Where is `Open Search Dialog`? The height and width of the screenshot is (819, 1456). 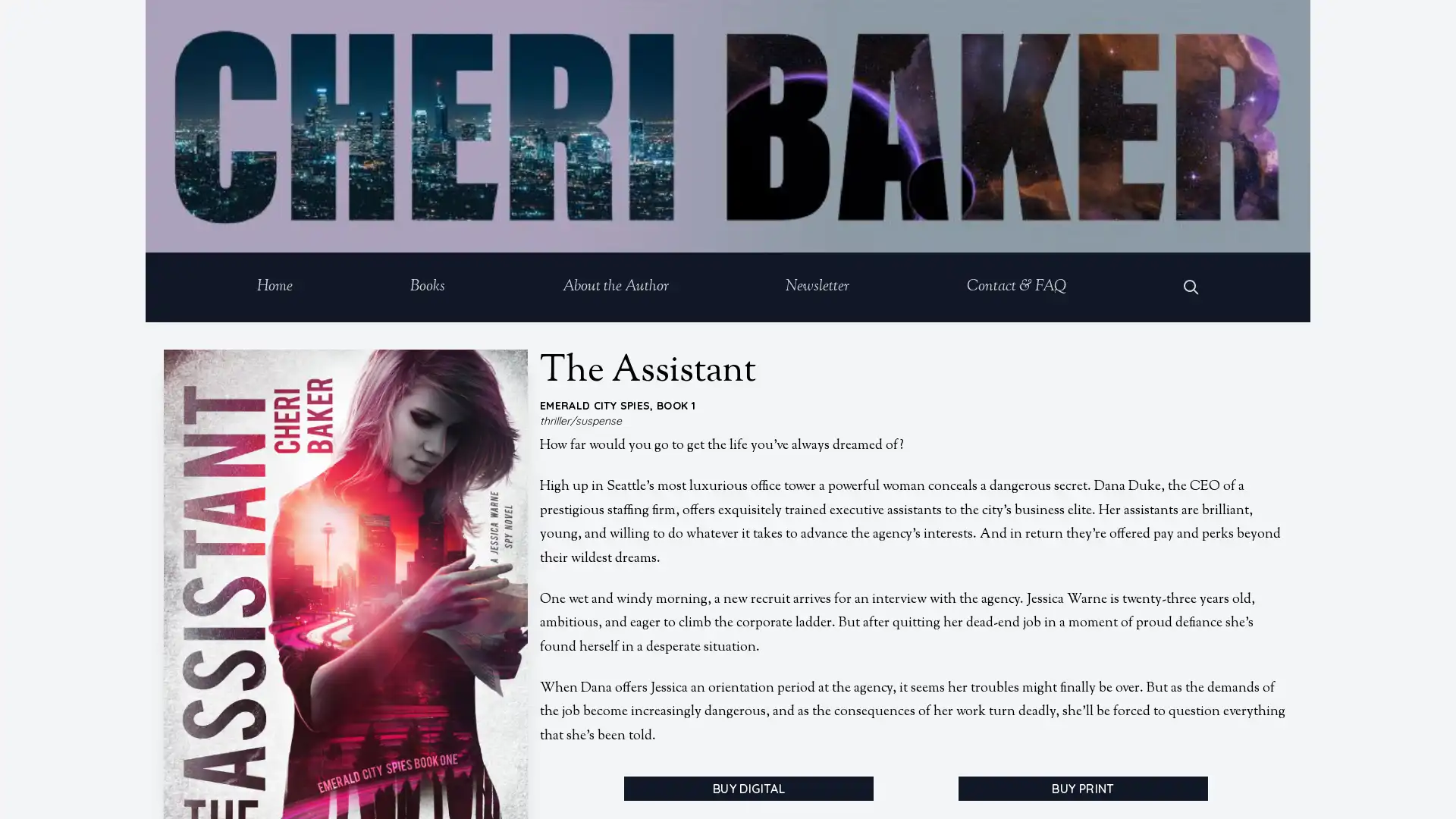 Open Search Dialog is located at coordinates (1190, 287).